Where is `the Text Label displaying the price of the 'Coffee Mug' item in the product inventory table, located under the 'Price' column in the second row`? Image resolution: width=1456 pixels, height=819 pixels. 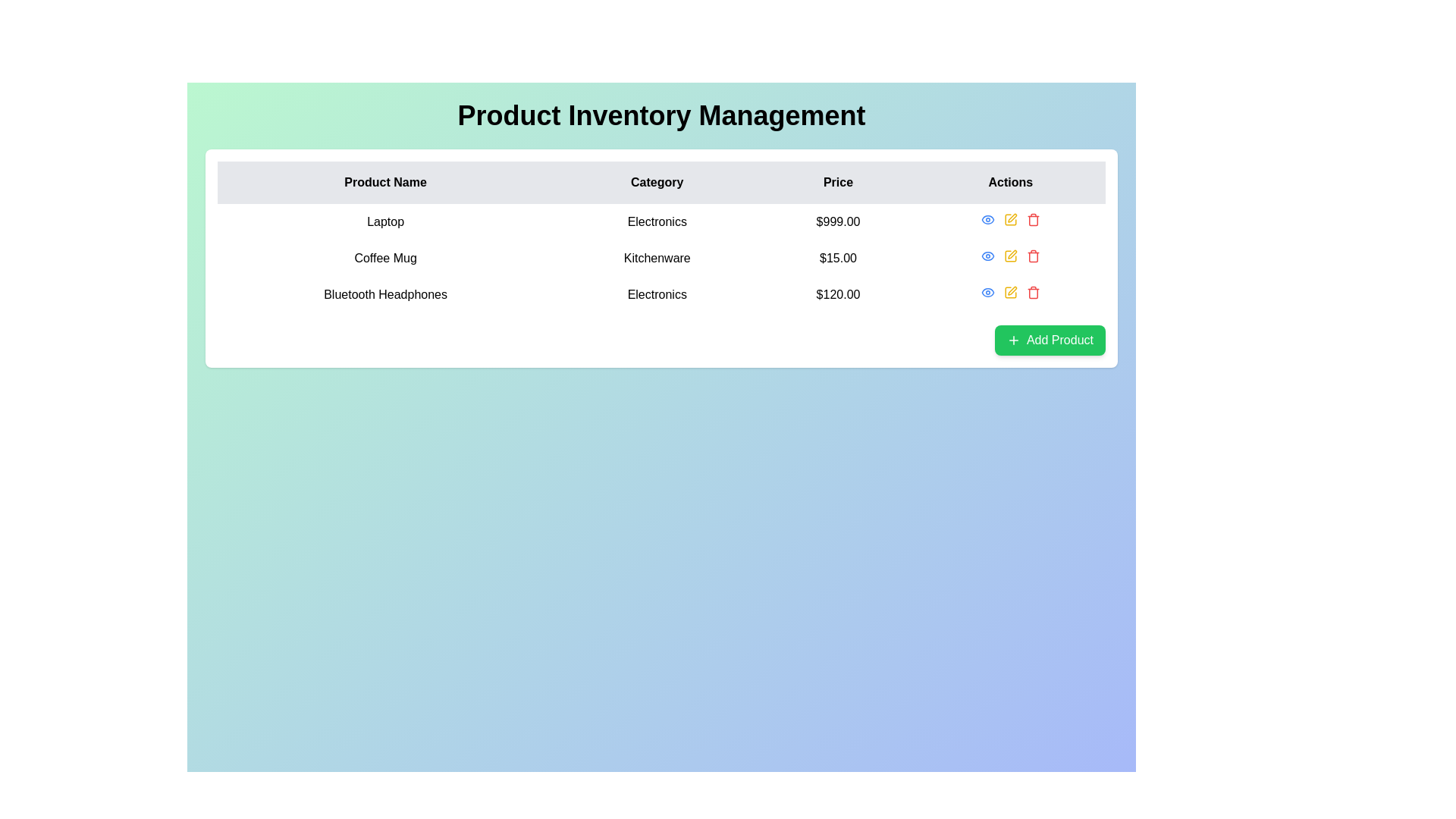 the Text Label displaying the price of the 'Coffee Mug' item in the product inventory table, located under the 'Price' column in the second row is located at coordinates (837, 257).